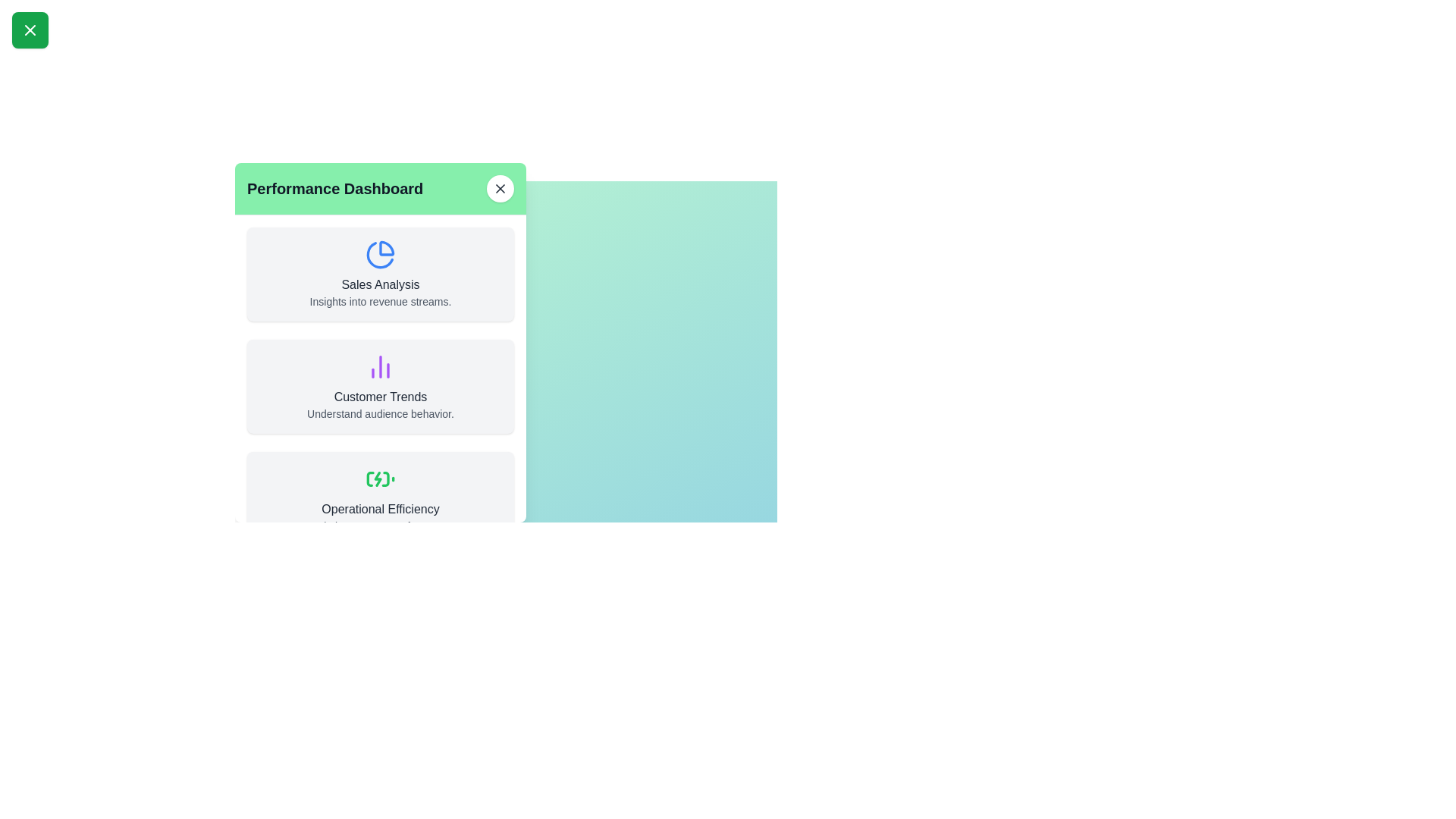 The width and height of the screenshot is (1456, 819). I want to click on the Informational Card that provides operational efficiency metrics, located at the bottom of the list of three similar cards, centered horizontally, so click(381, 499).